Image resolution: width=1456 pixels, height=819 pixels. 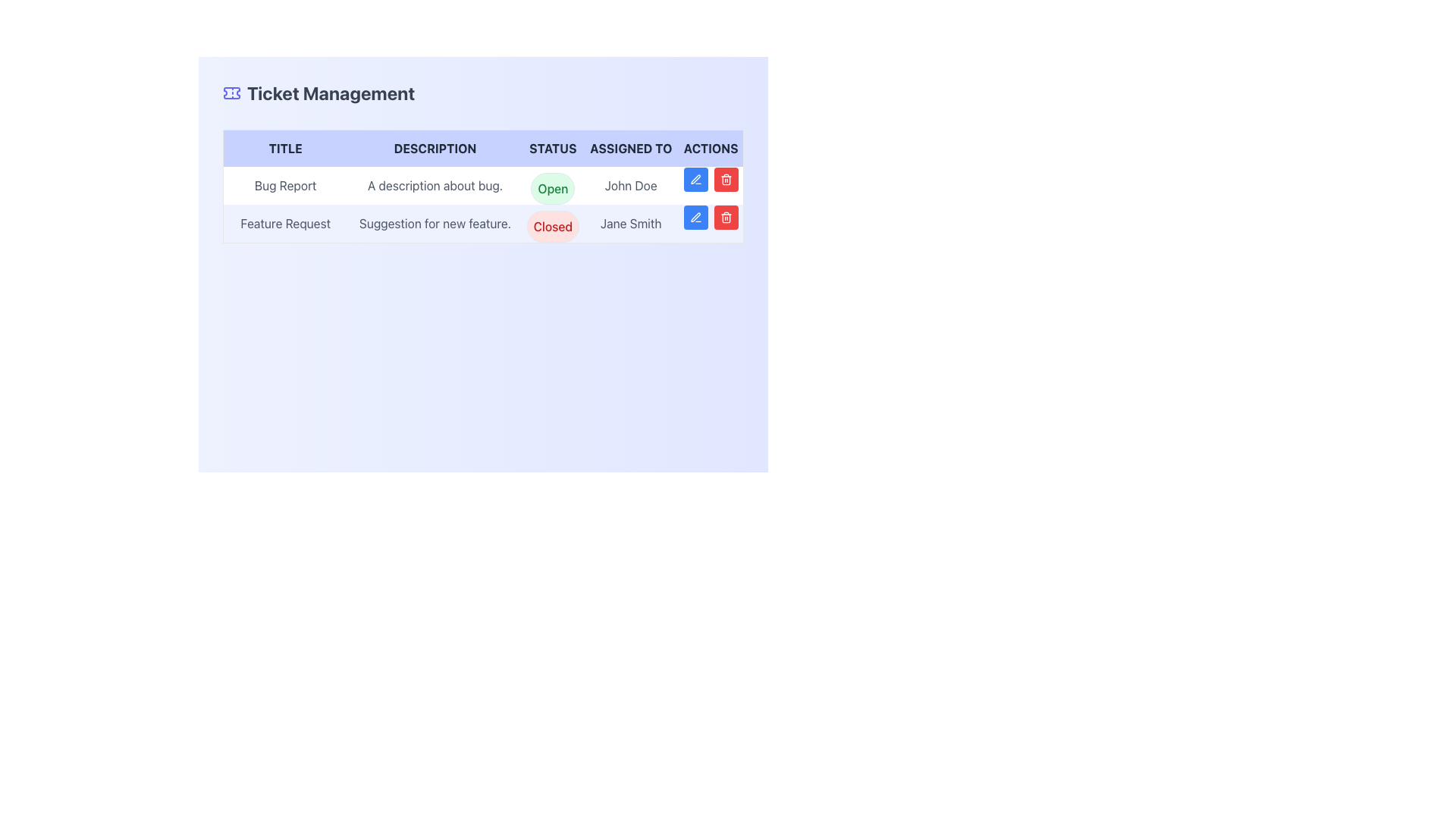 I want to click on the red trash bin icon button in the 'Actions' column of the second row of the table for the 'Feature Request' ticket, so click(x=725, y=178).